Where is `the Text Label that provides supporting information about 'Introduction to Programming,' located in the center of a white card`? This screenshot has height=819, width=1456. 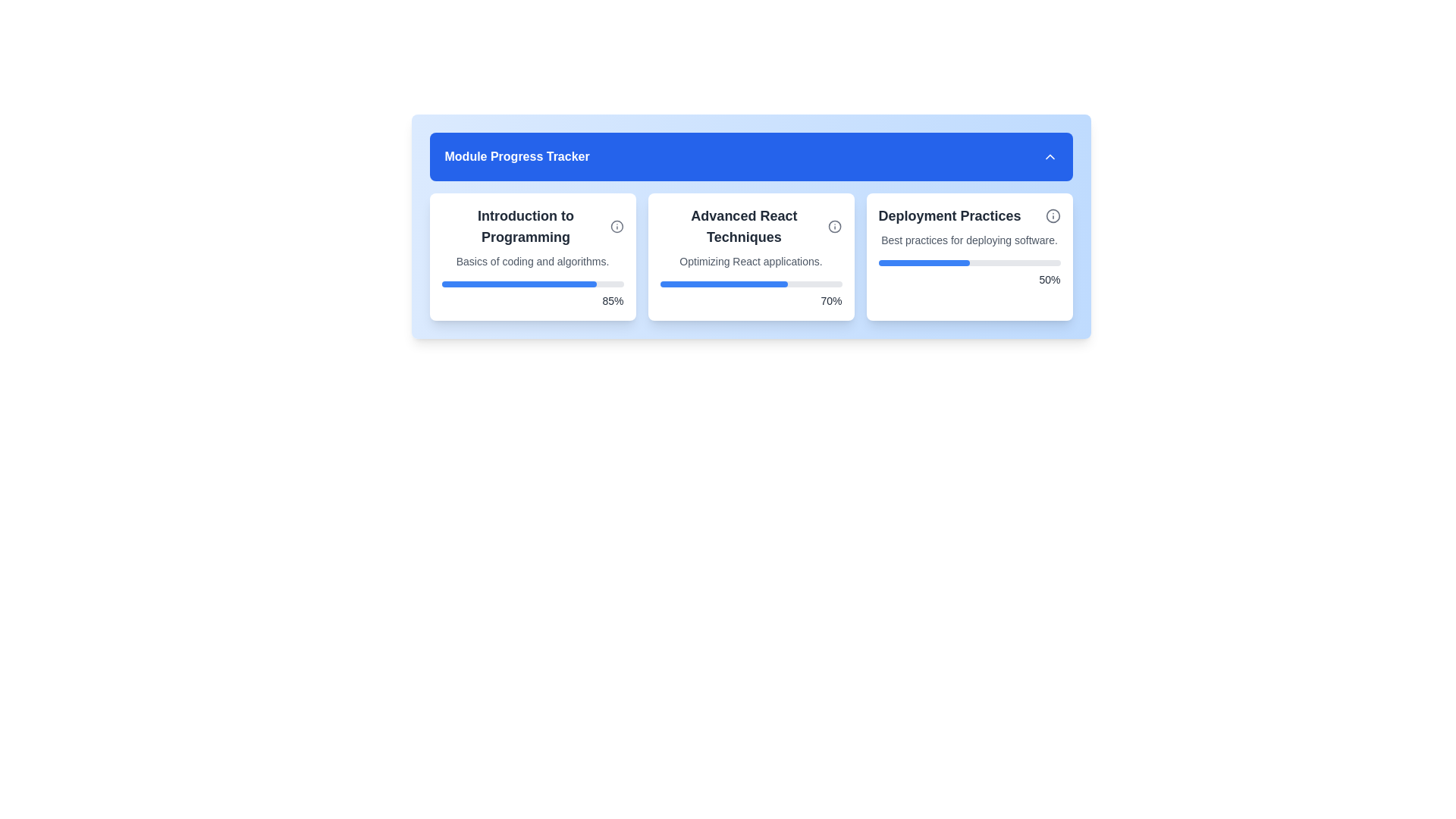 the Text Label that provides supporting information about 'Introduction to Programming,' located in the center of a white card is located at coordinates (532, 260).